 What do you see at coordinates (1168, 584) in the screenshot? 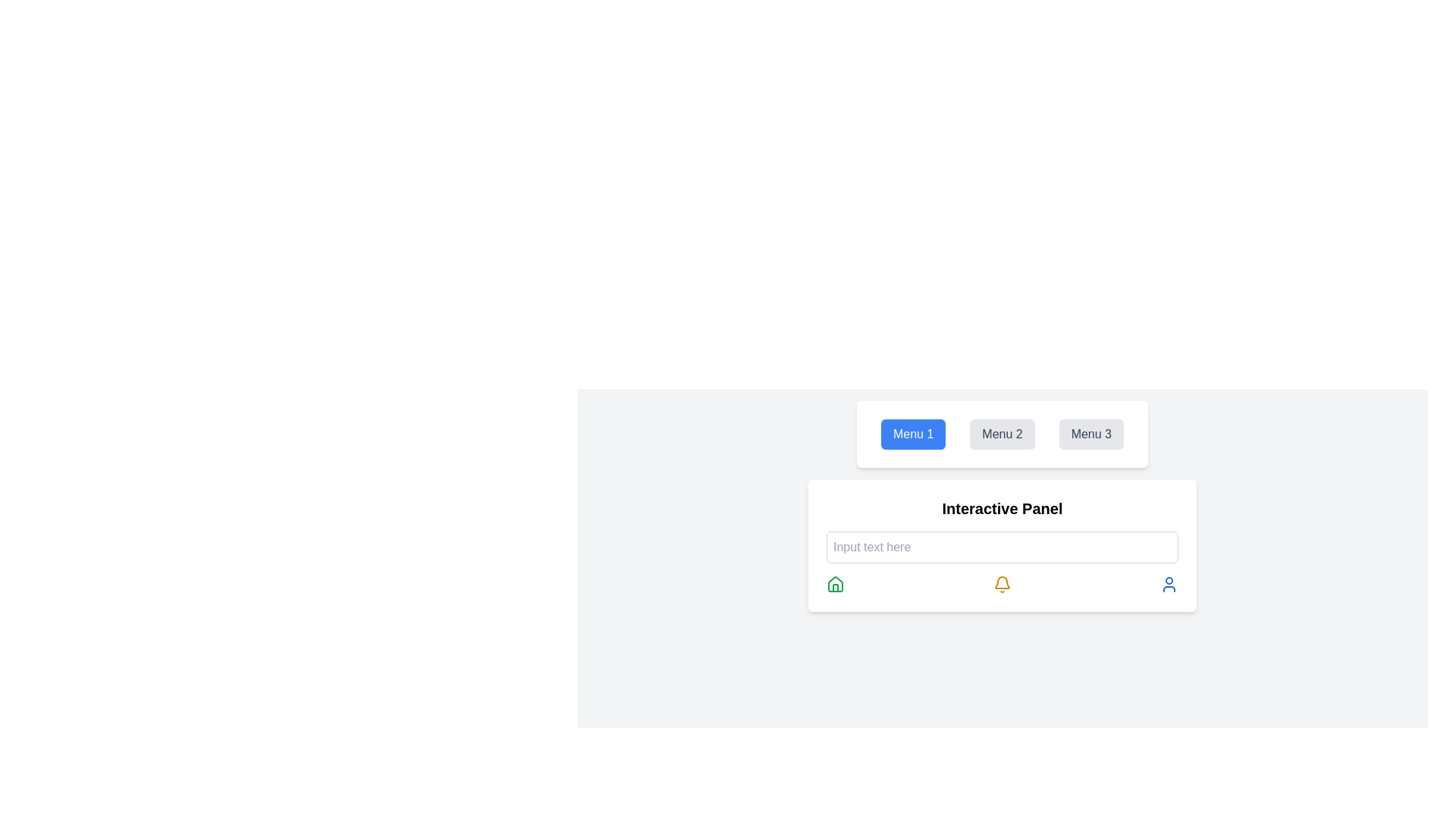
I see `the user profile icon located at the bottom-right of the 'Interactive Panel'` at bounding box center [1168, 584].